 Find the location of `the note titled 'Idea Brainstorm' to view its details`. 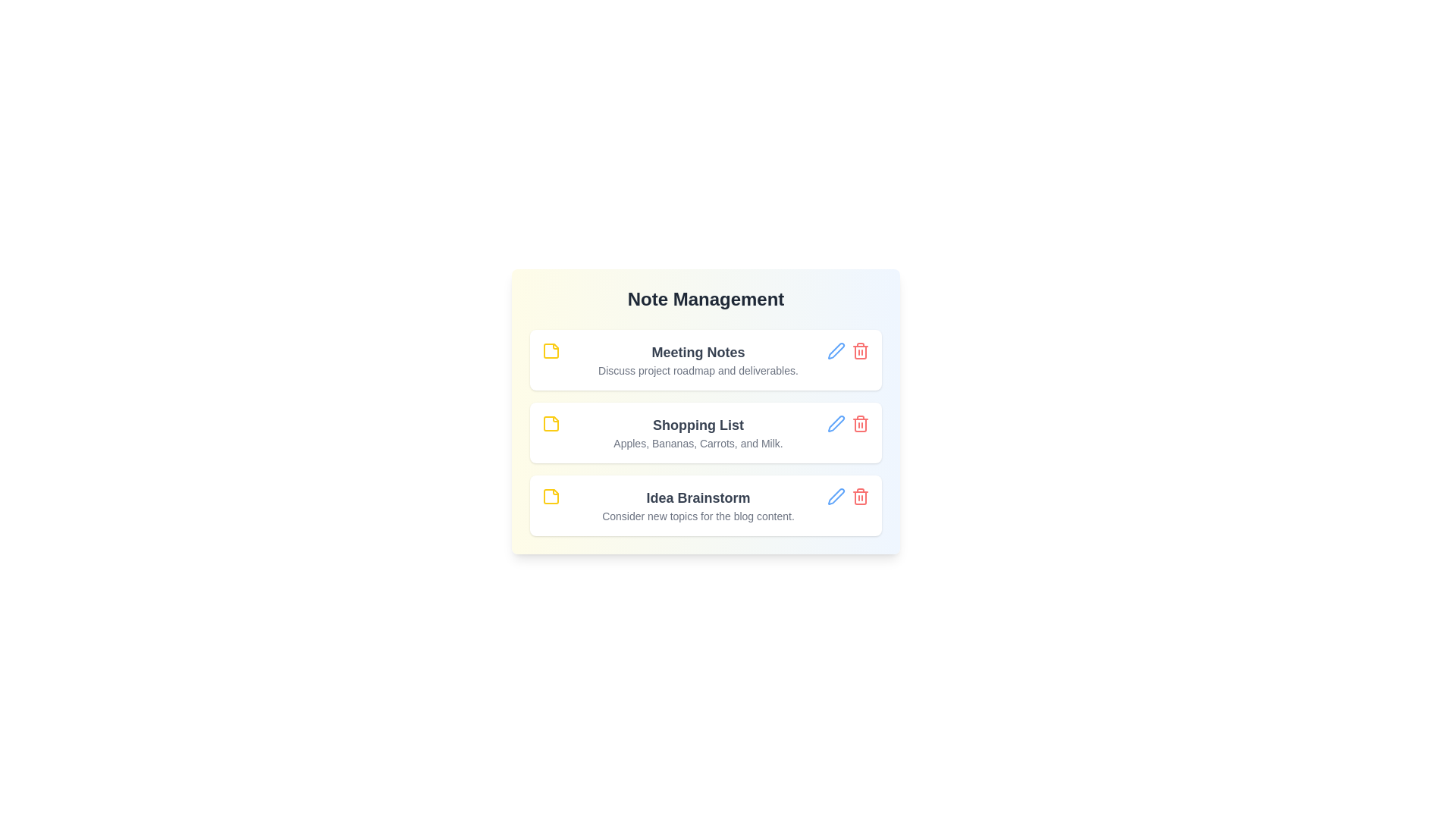

the note titled 'Idea Brainstorm' to view its details is located at coordinates (698, 497).